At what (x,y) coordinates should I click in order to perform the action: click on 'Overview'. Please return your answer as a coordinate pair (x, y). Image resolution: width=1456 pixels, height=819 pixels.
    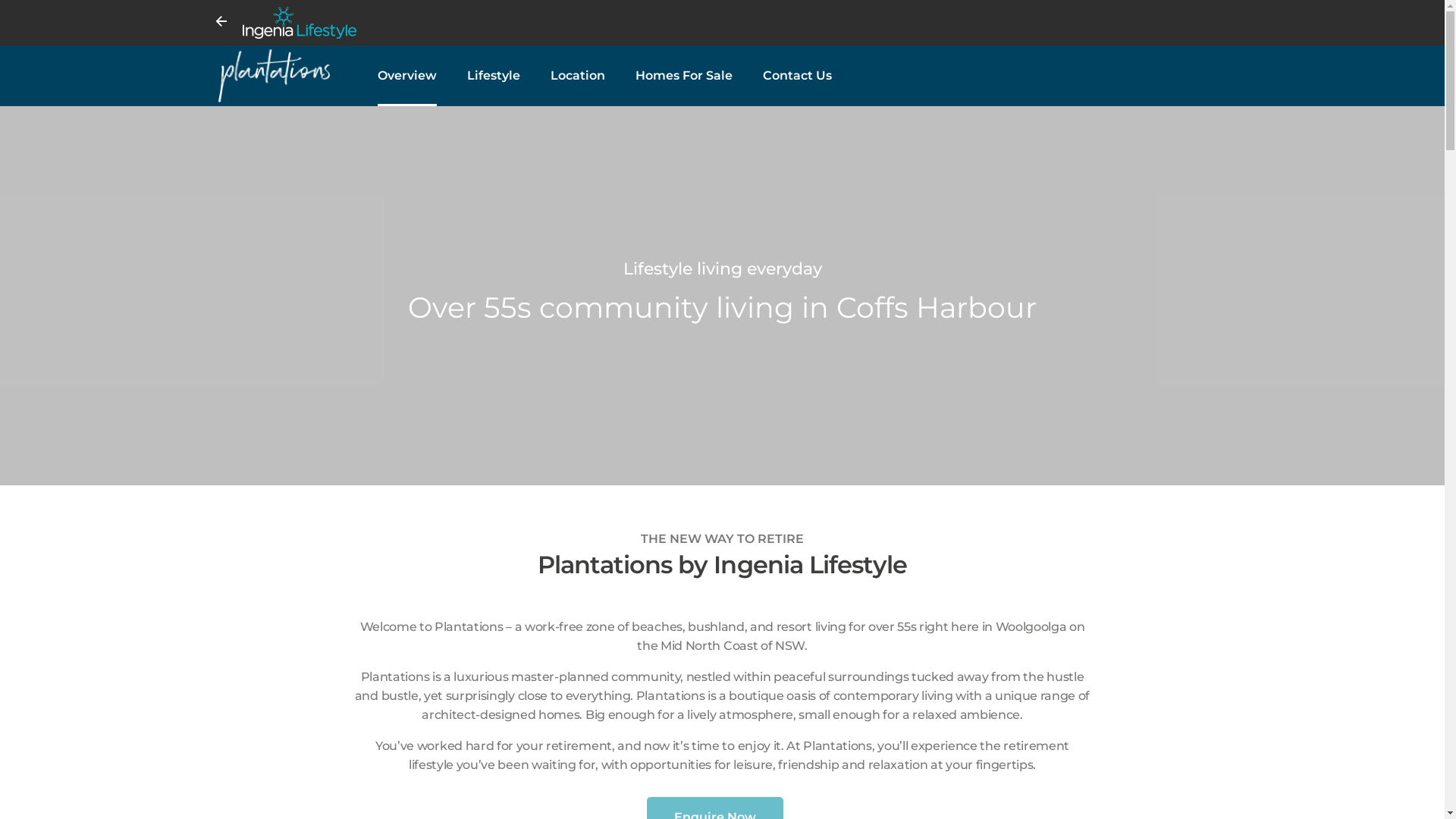
    Looking at the image, I should click on (407, 76).